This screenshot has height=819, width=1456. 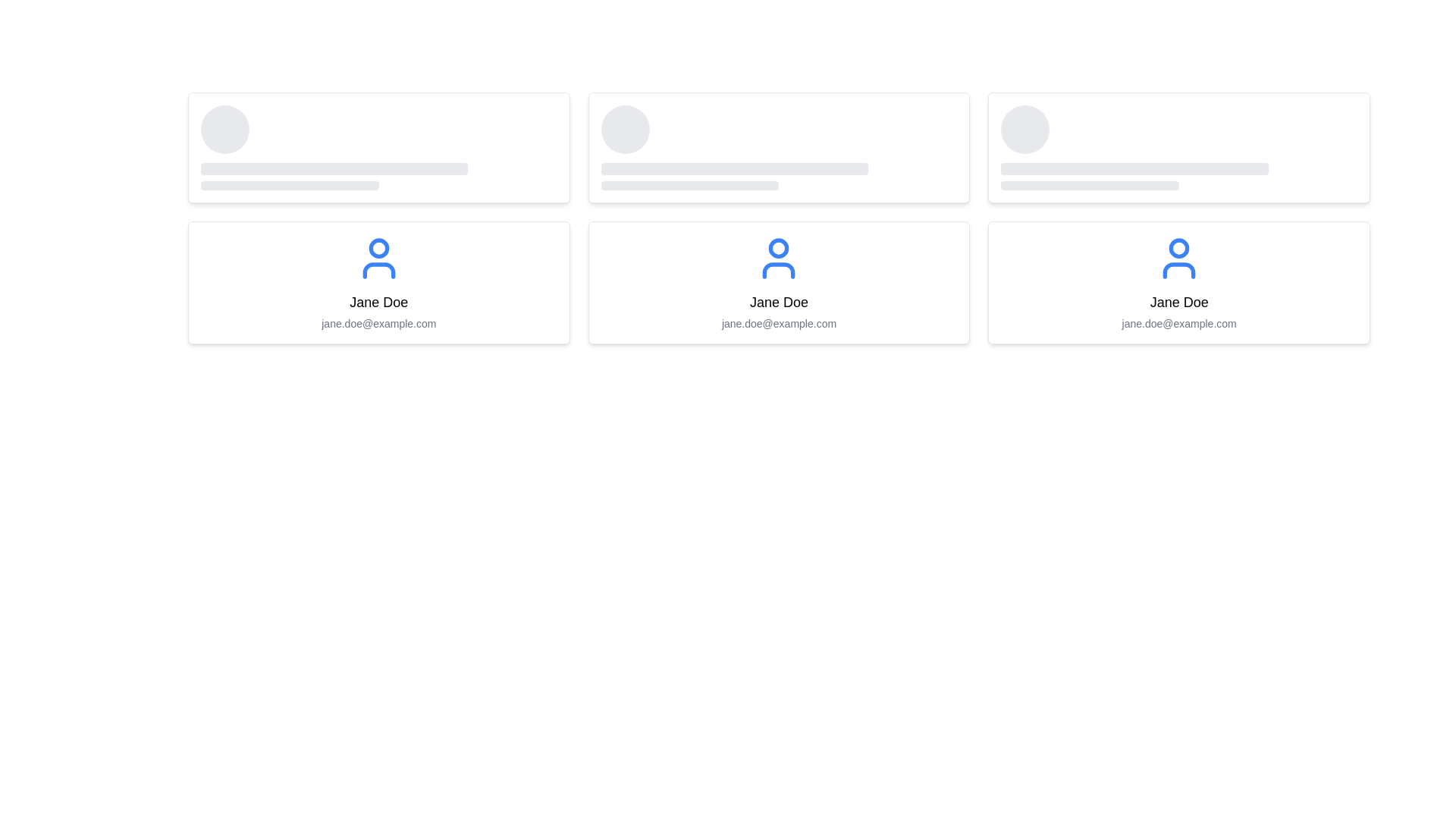 What do you see at coordinates (378, 247) in the screenshot?
I see `the decorative circle element of the blue user icon located in the center card of the lower row` at bounding box center [378, 247].